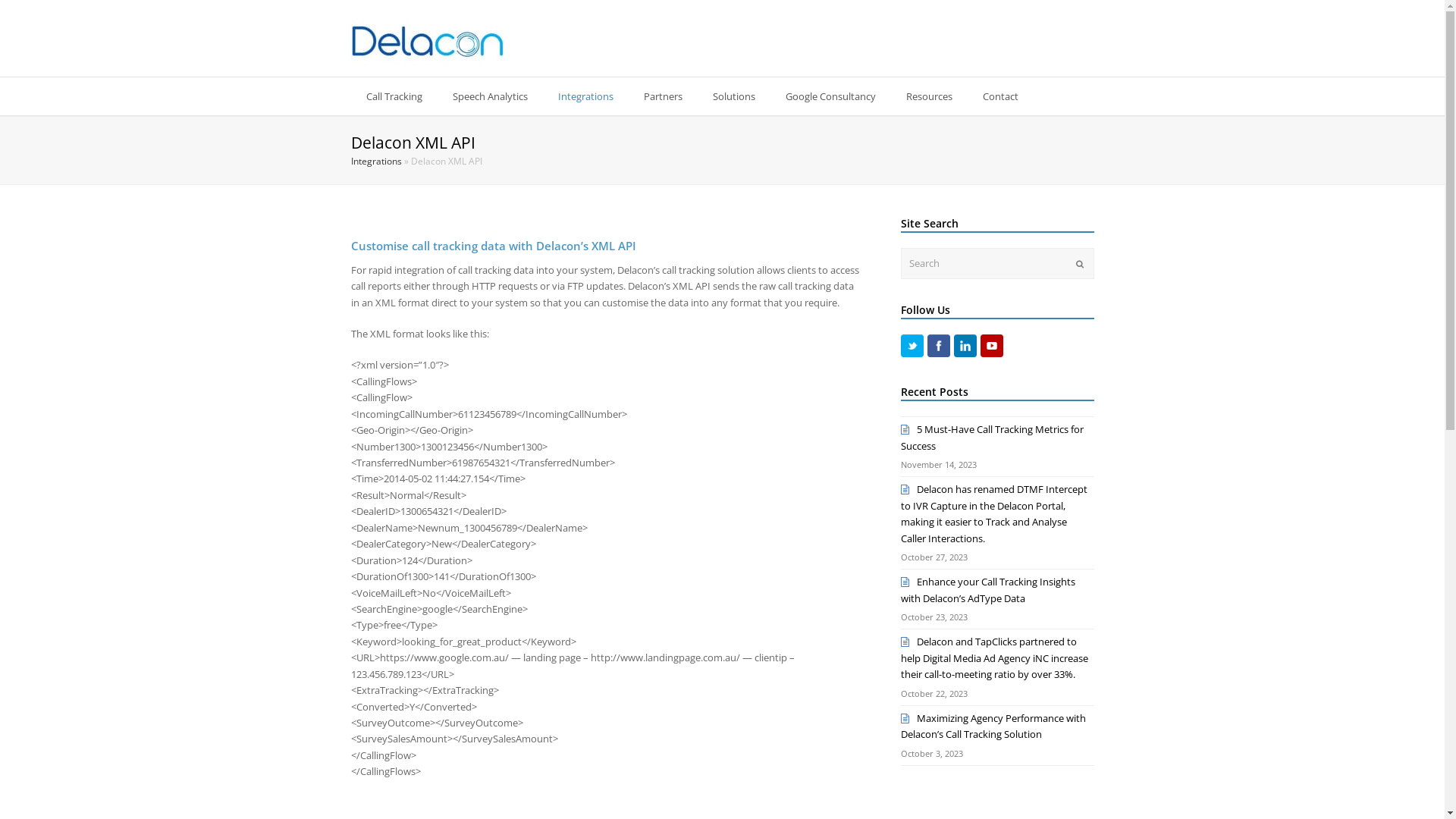 The width and height of the screenshot is (1456, 819). Describe the element at coordinates (1078, 262) in the screenshot. I see `'Submit'` at that location.